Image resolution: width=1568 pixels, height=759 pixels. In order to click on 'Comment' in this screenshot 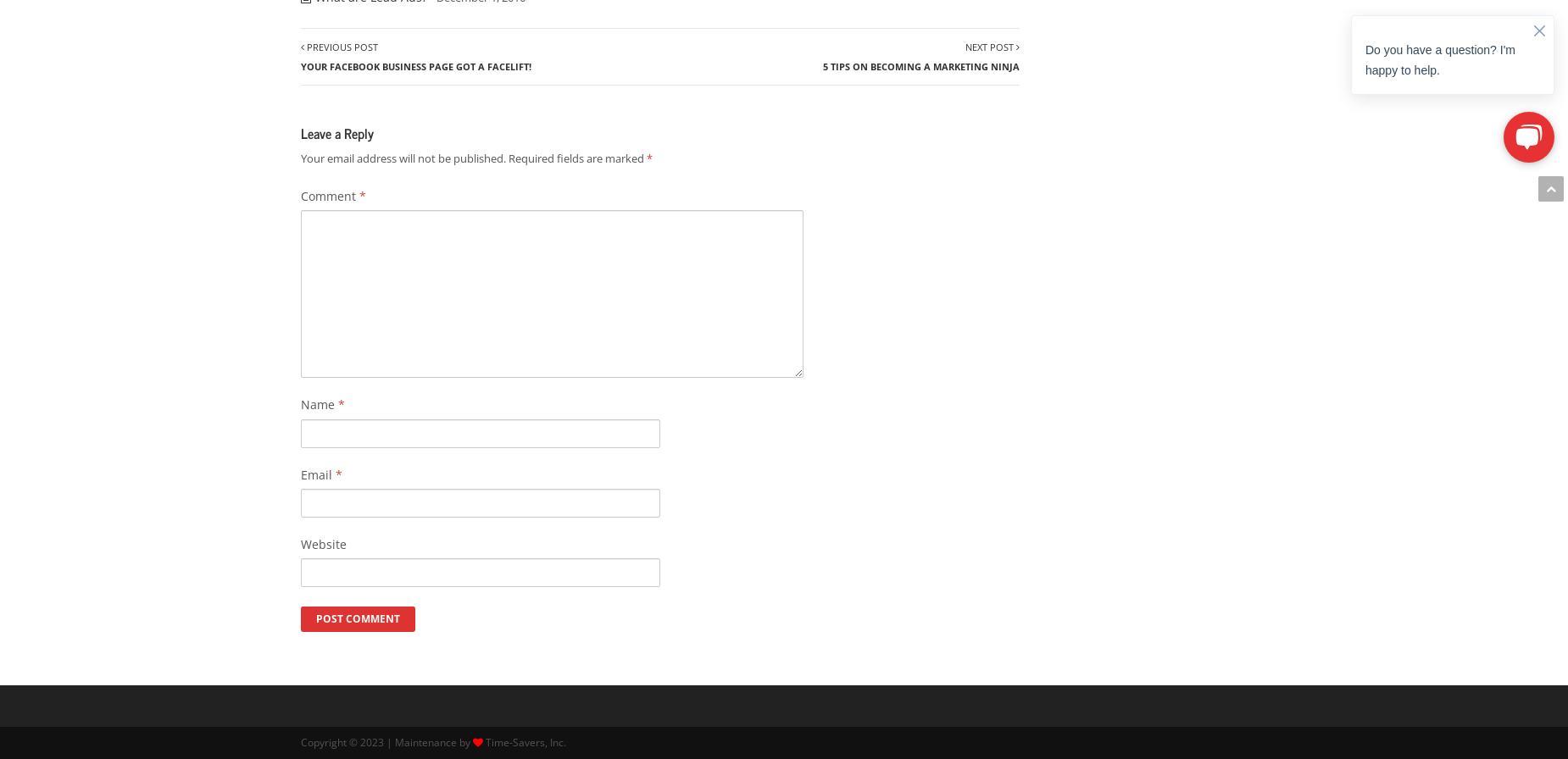, I will do `click(329, 194)`.